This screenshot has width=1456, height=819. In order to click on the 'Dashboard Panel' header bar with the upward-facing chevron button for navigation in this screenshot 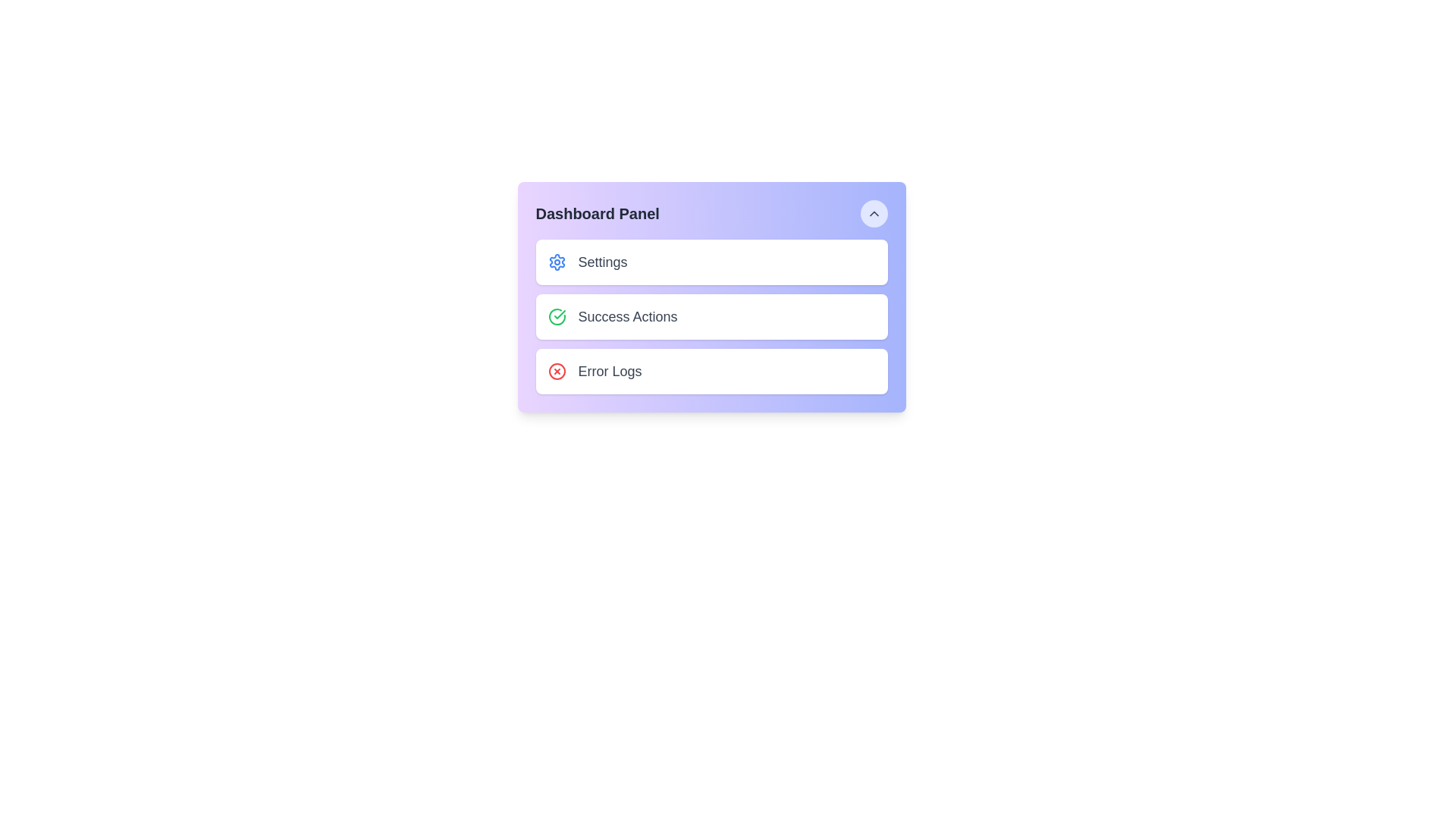, I will do `click(711, 213)`.